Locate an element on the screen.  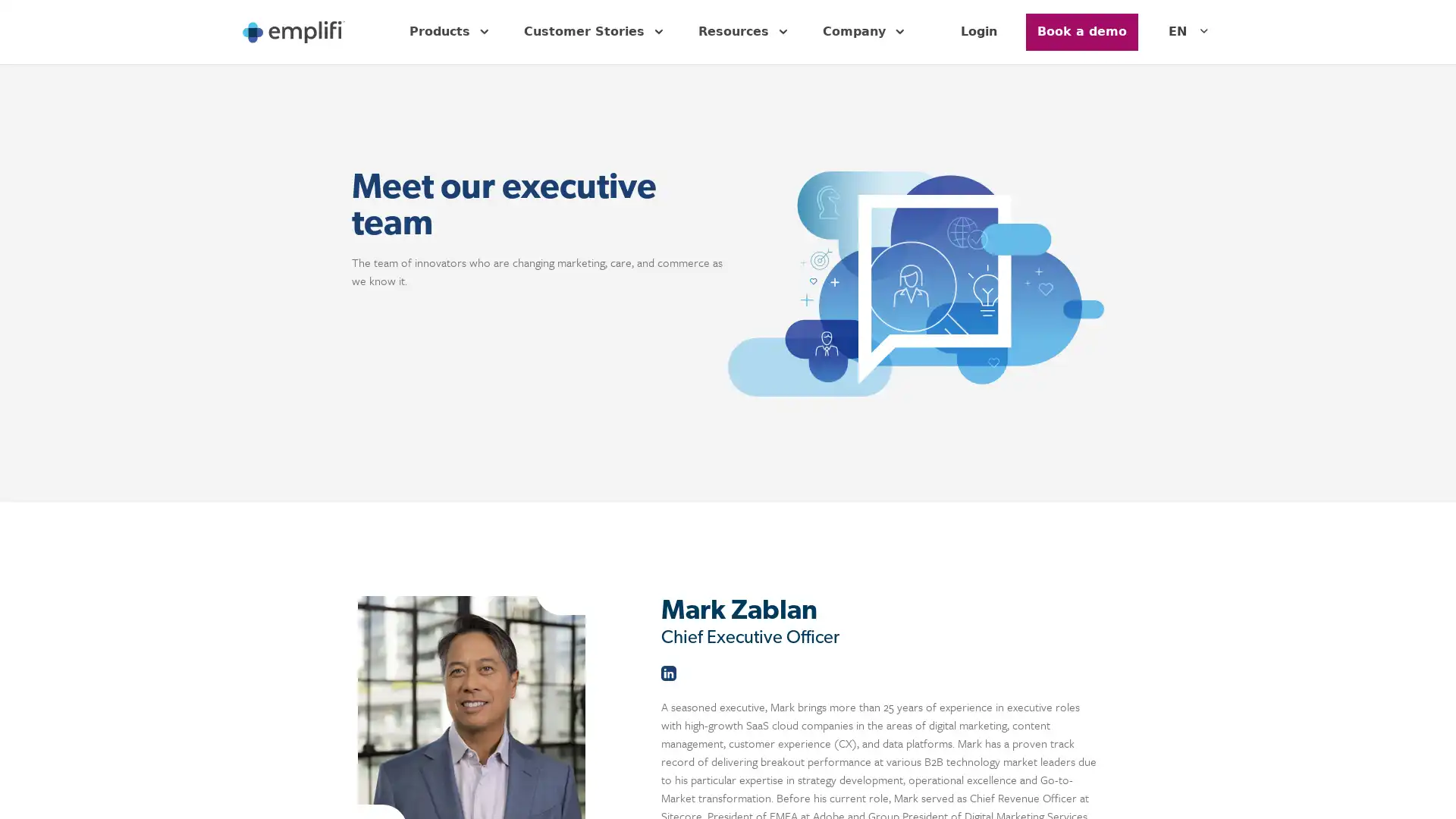
Button is located at coordinates (1081, 32).